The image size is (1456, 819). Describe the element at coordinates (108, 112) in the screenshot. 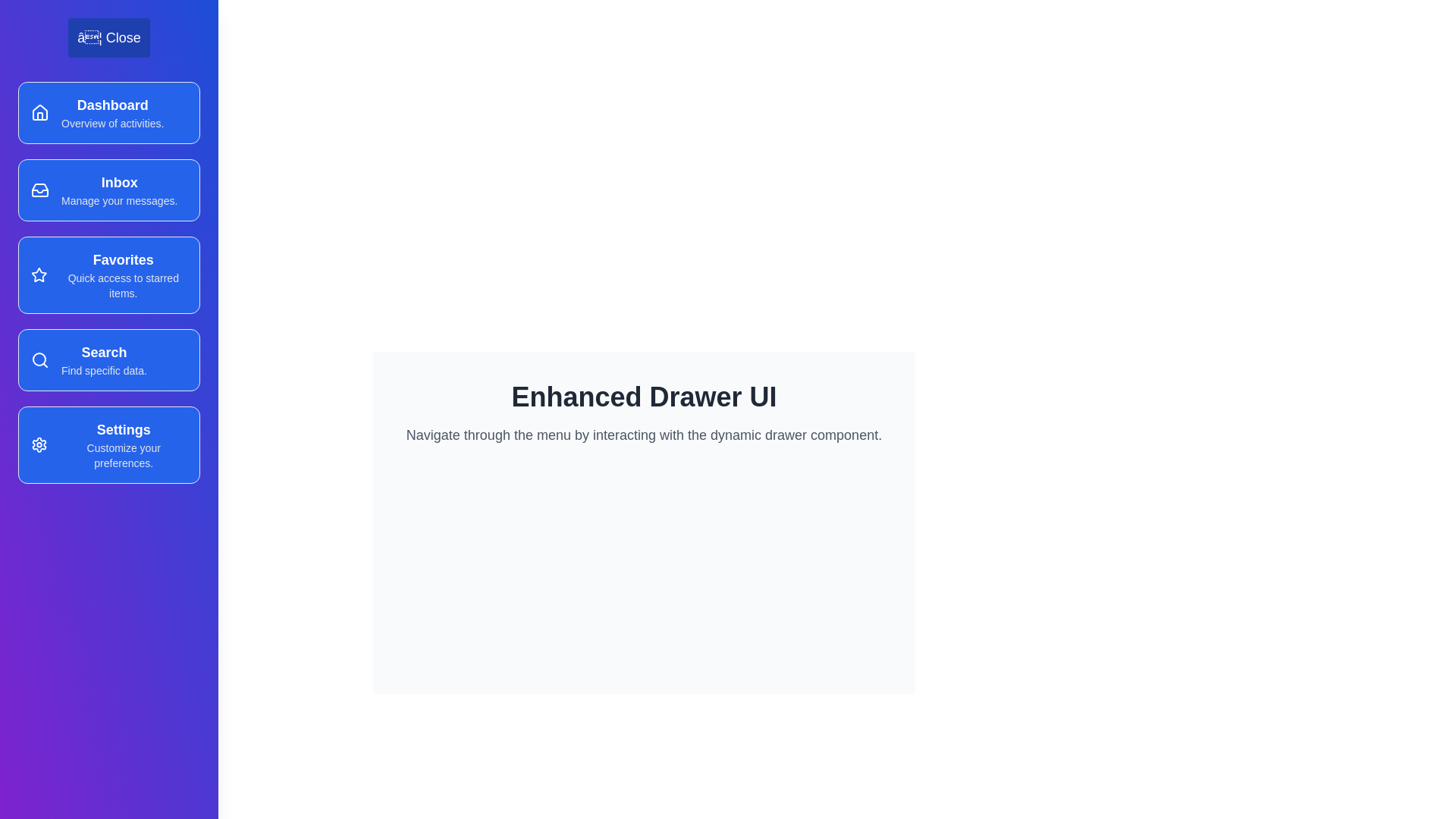

I see `the menu item corresponding to Dashboard` at that location.